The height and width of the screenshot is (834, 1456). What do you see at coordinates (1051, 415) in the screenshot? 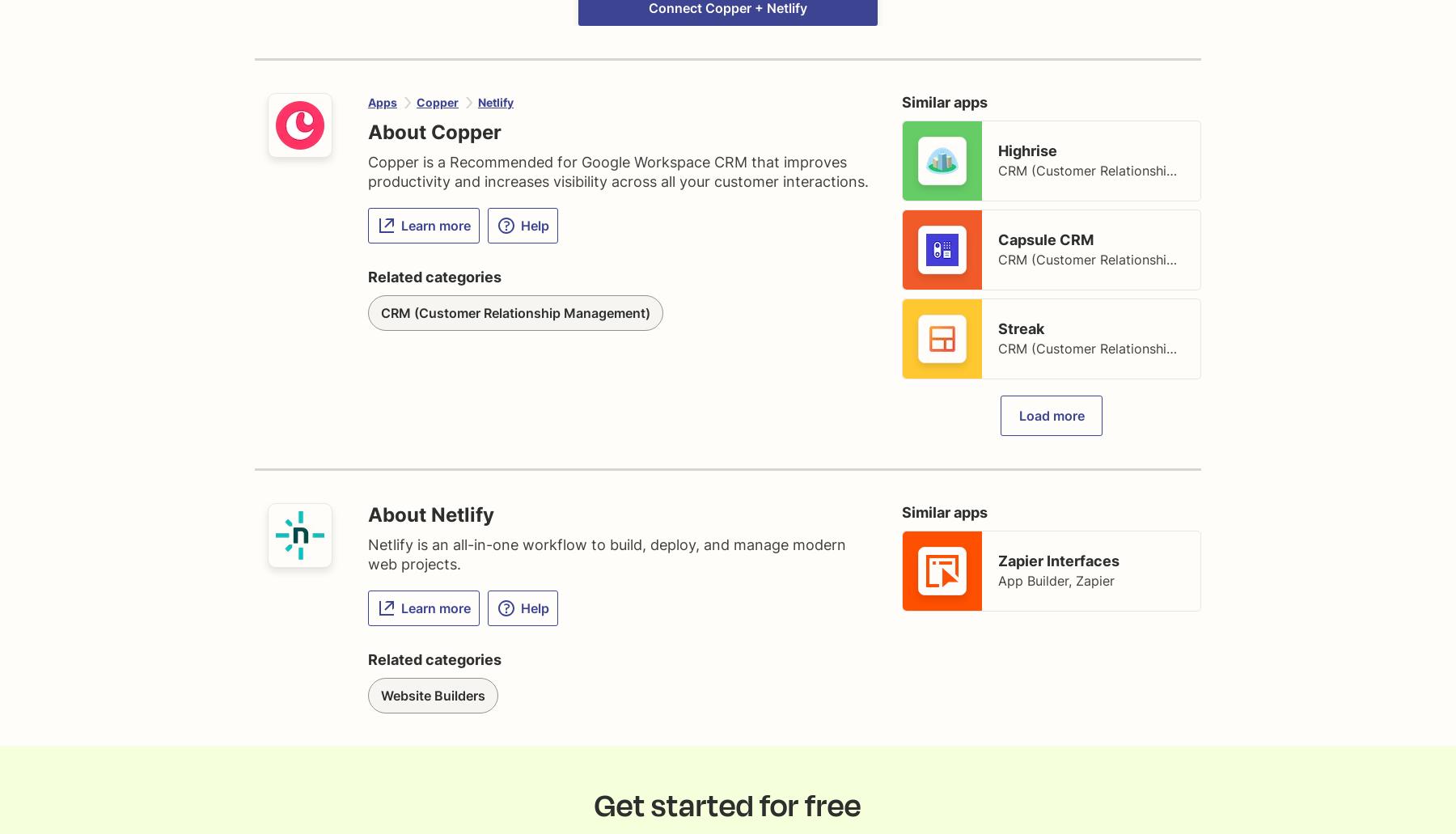
I see `'Load more'` at bounding box center [1051, 415].